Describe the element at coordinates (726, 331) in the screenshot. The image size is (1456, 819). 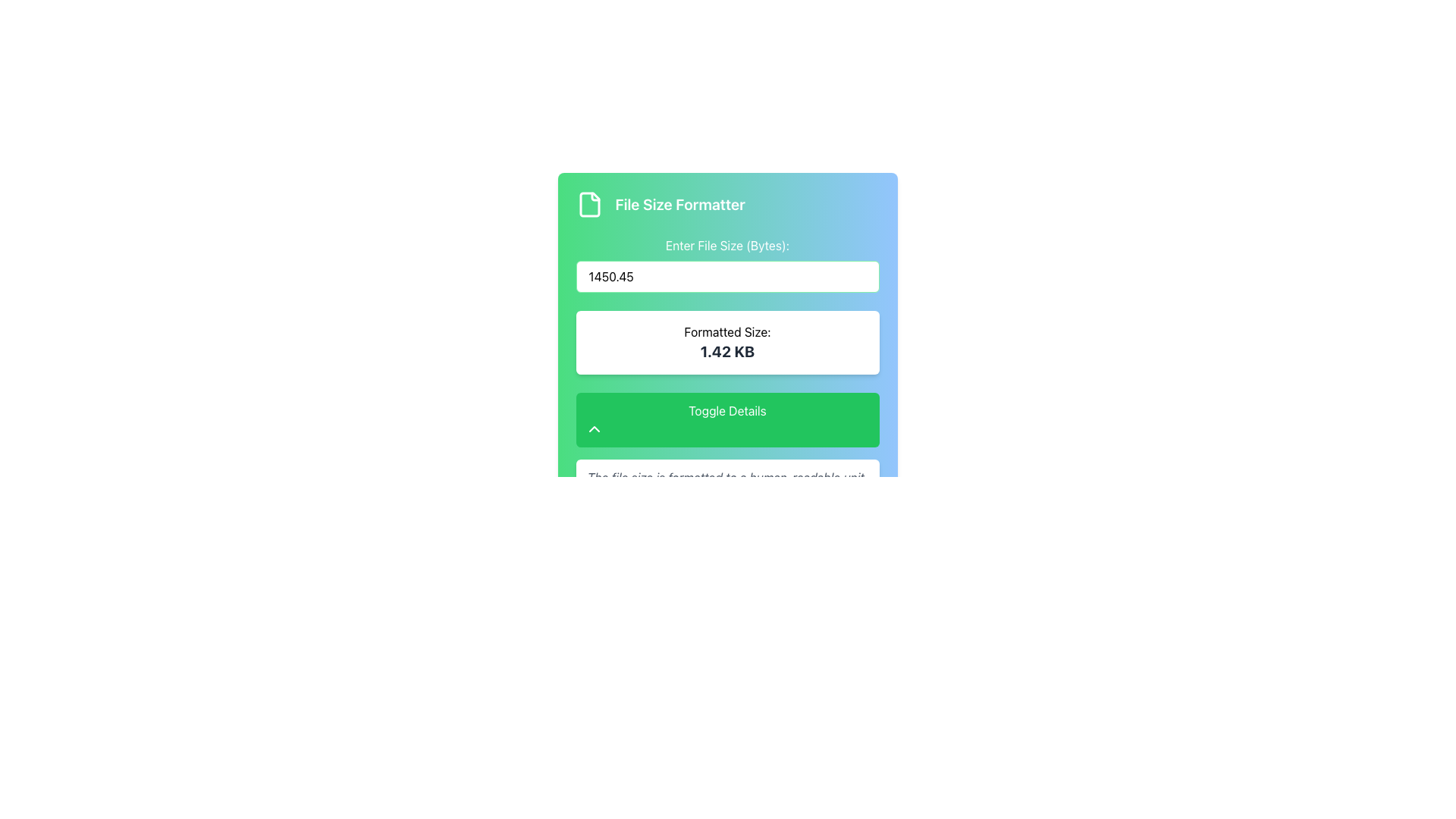
I see `the text label displaying 'Formatted Size:' which is positioned above the bold numerical value '1.42 KB'` at that location.